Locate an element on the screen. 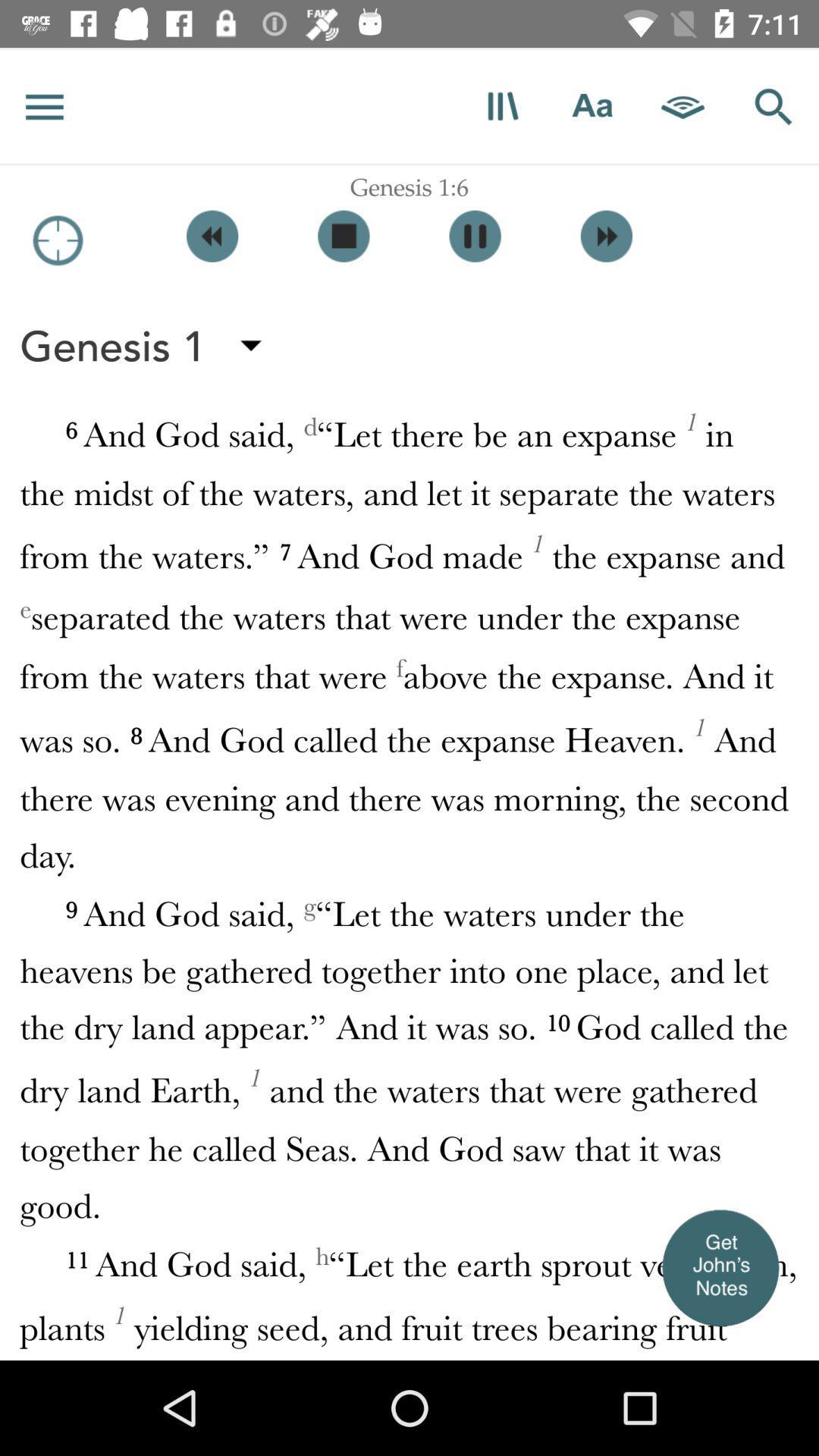 The width and height of the screenshot is (819, 1456). change font is located at coordinates (591, 105).